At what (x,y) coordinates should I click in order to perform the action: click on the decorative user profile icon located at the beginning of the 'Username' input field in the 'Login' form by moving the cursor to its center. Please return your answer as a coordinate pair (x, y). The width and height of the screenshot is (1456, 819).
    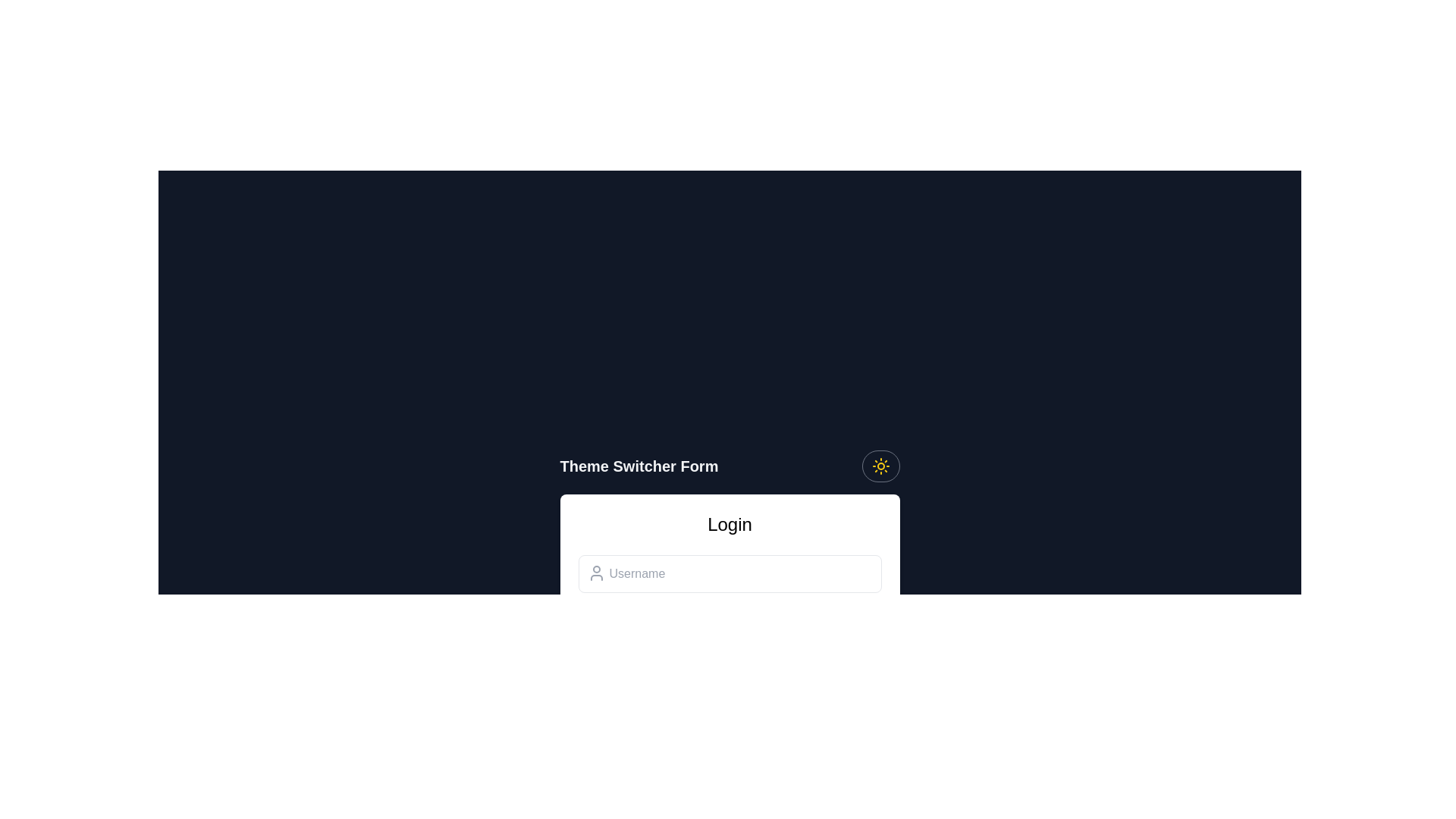
    Looking at the image, I should click on (595, 573).